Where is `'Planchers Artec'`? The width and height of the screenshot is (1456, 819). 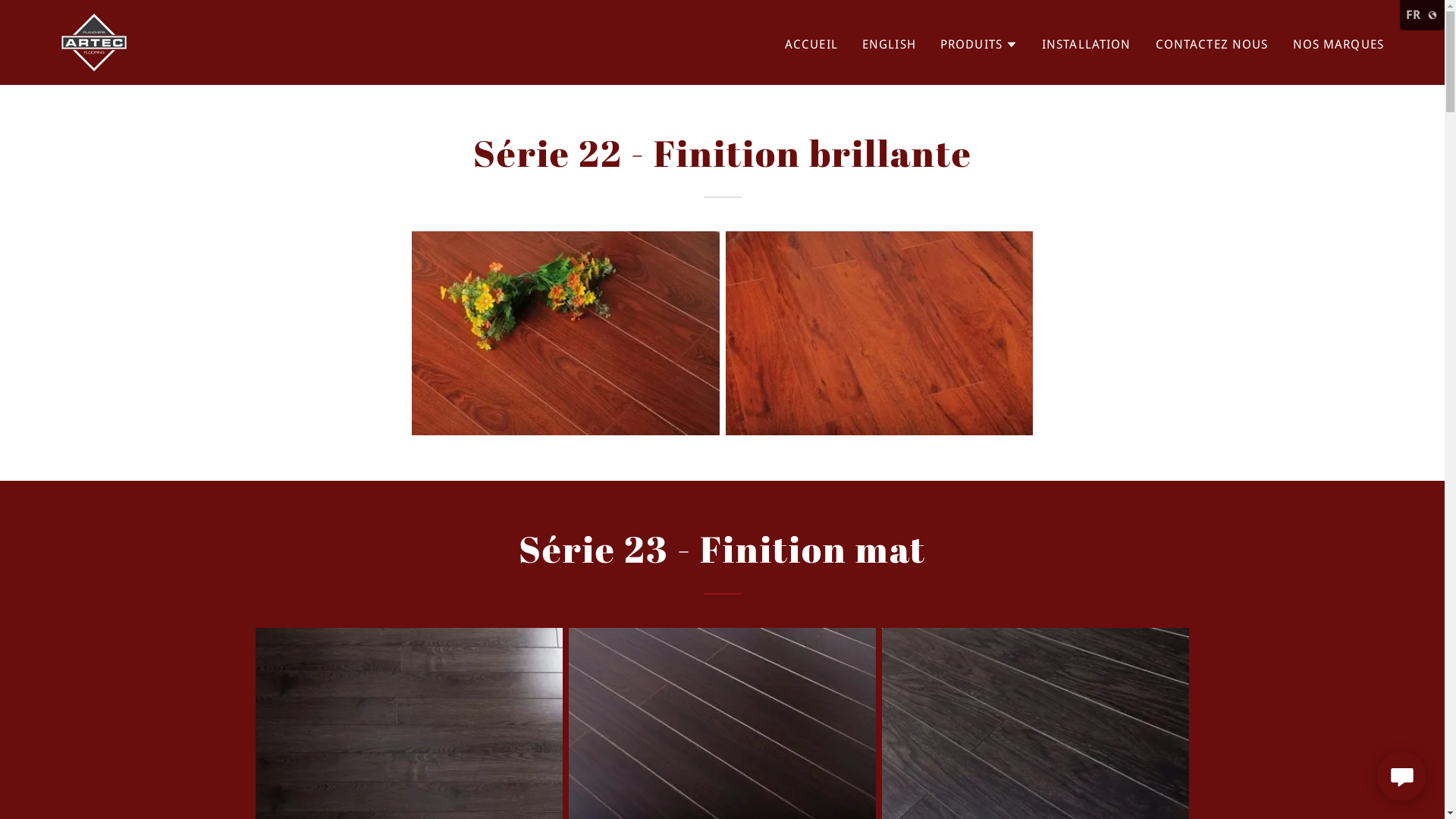 'Planchers Artec' is located at coordinates (93, 40).